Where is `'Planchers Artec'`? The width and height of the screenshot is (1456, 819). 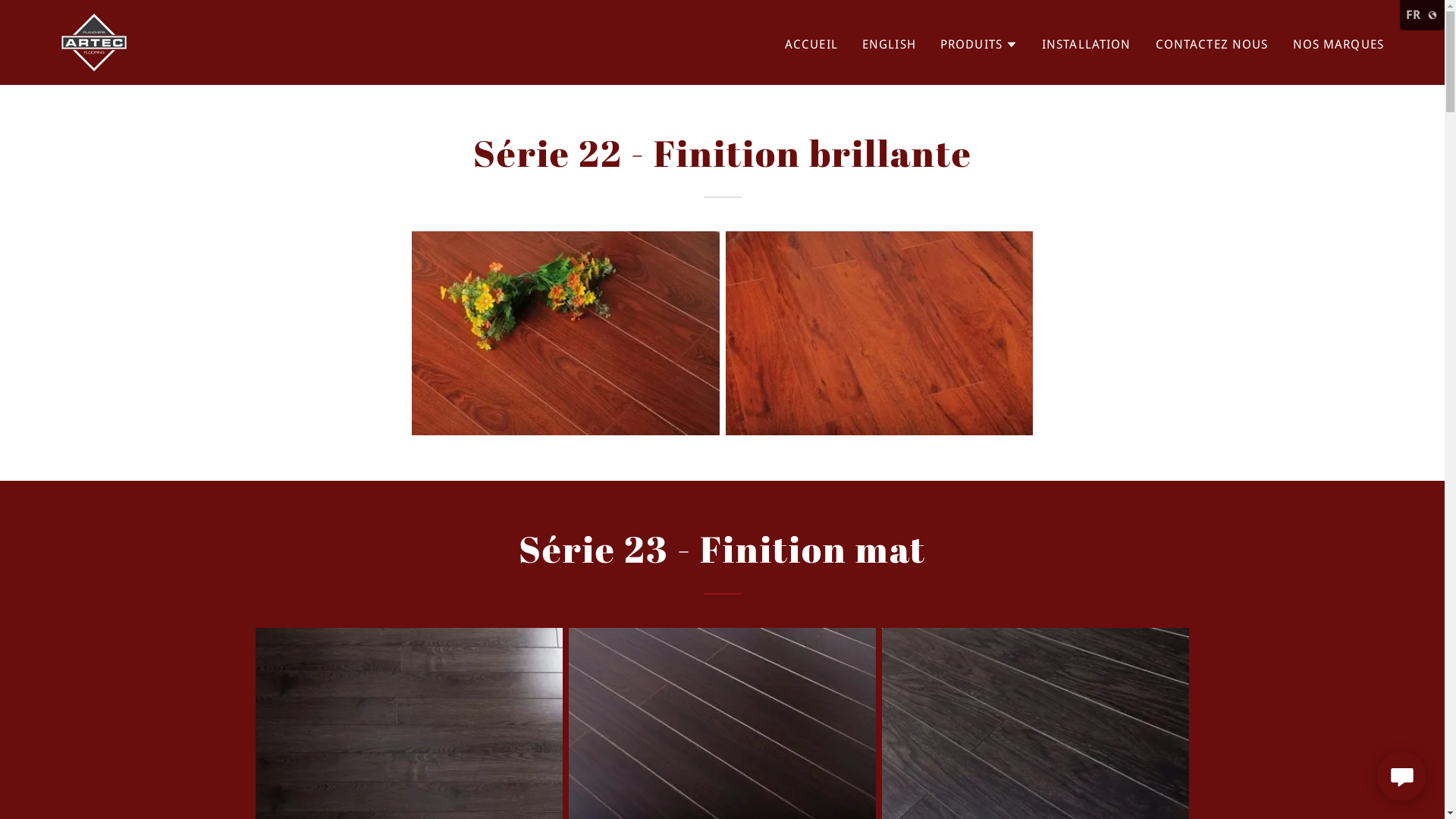 'Planchers Artec' is located at coordinates (93, 40).